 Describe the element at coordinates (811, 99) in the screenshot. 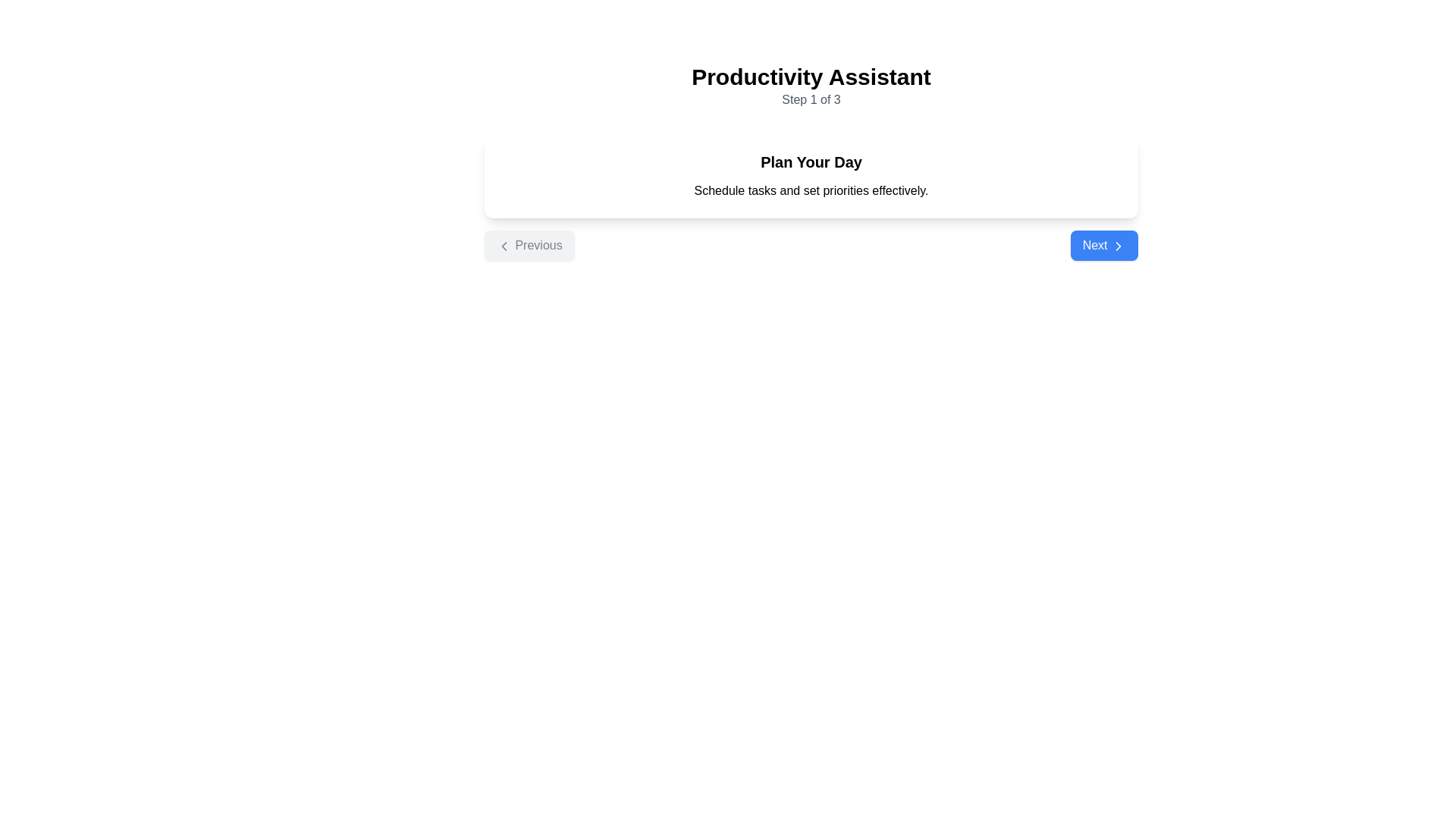

I see `the text component displaying 'Step 1 of 3', which is centered below the 'Productivity Assistant' header and indicates progress in a multi-step process` at that location.